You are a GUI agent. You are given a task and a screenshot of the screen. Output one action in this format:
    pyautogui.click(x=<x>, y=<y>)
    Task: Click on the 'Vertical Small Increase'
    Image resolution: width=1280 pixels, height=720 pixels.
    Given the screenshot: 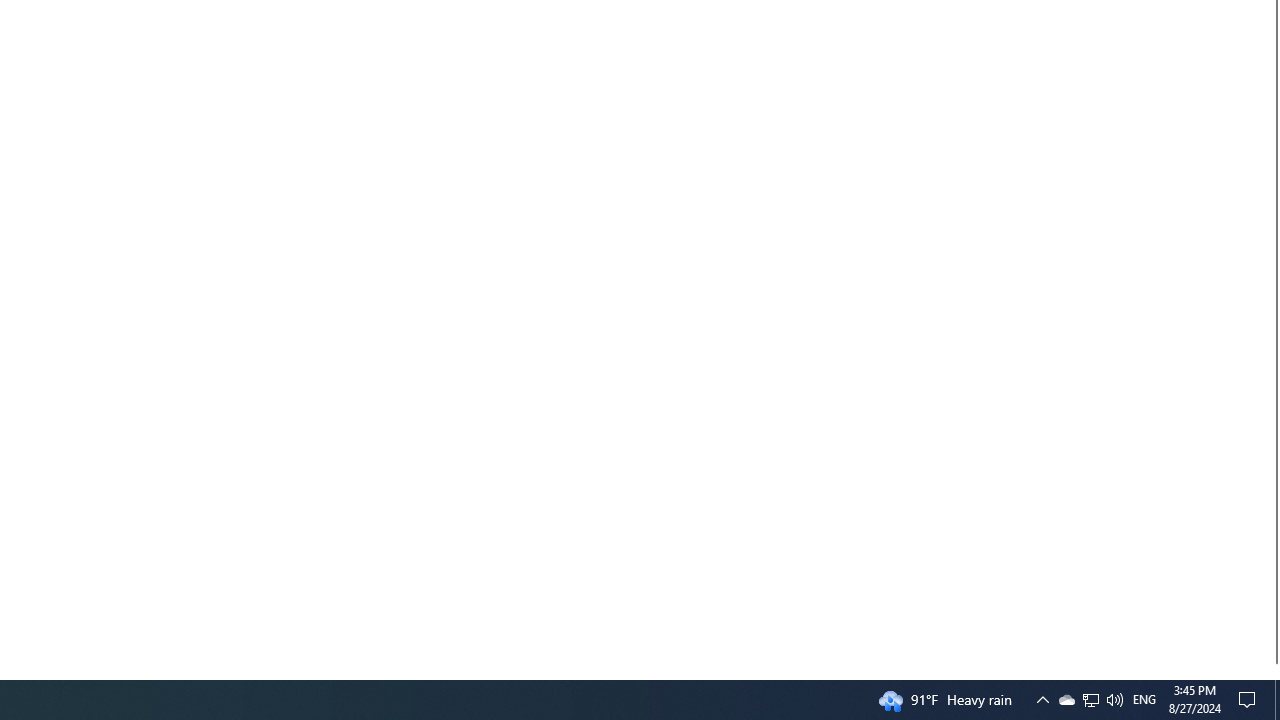 What is the action you would take?
    pyautogui.click(x=1271, y=671)
    